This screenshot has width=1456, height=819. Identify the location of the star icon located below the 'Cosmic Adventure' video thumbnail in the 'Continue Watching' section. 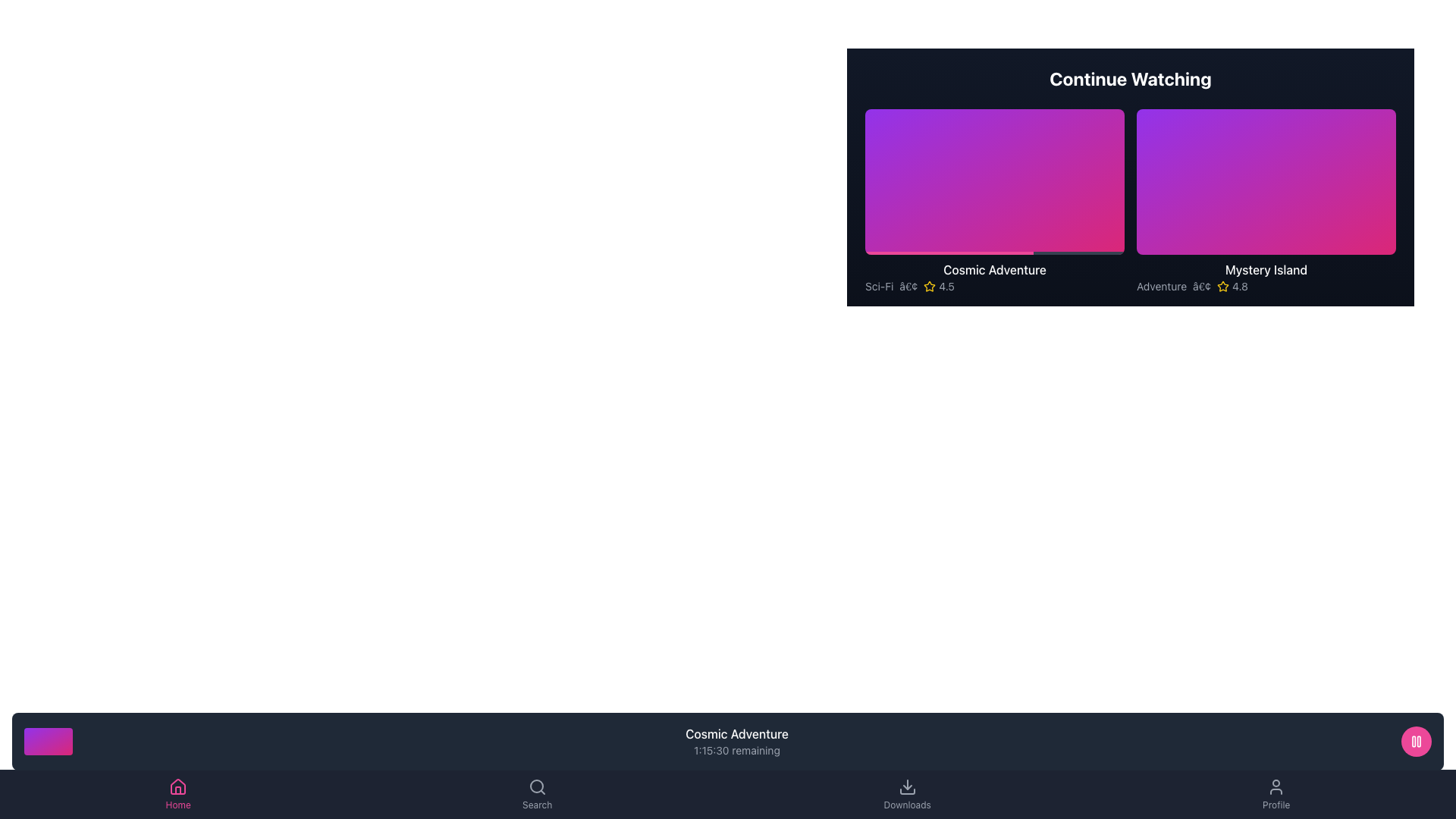
(929, 287).